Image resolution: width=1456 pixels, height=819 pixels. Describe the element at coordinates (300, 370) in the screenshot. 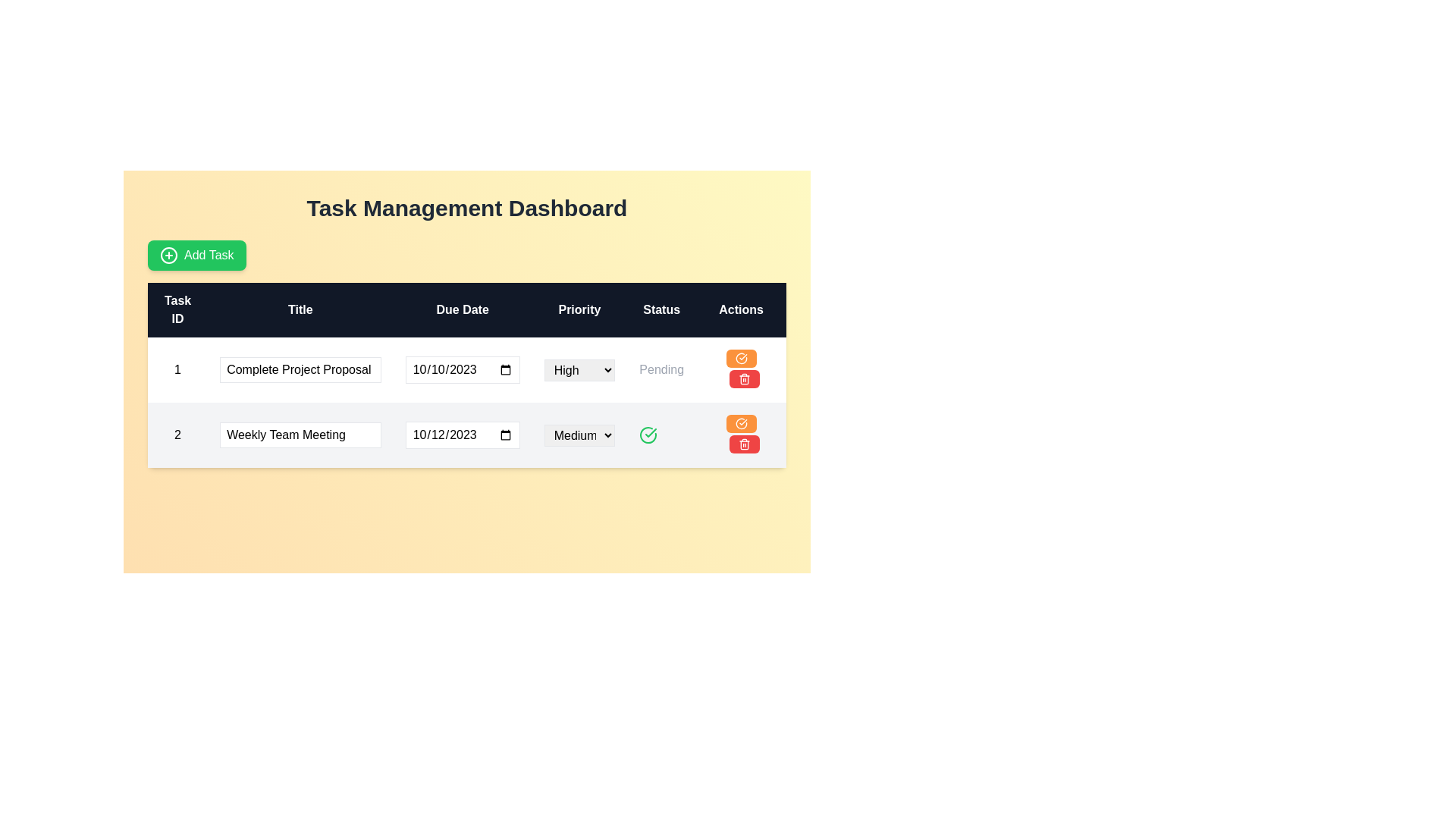

I see `the text input field for the task title, located` at that location.